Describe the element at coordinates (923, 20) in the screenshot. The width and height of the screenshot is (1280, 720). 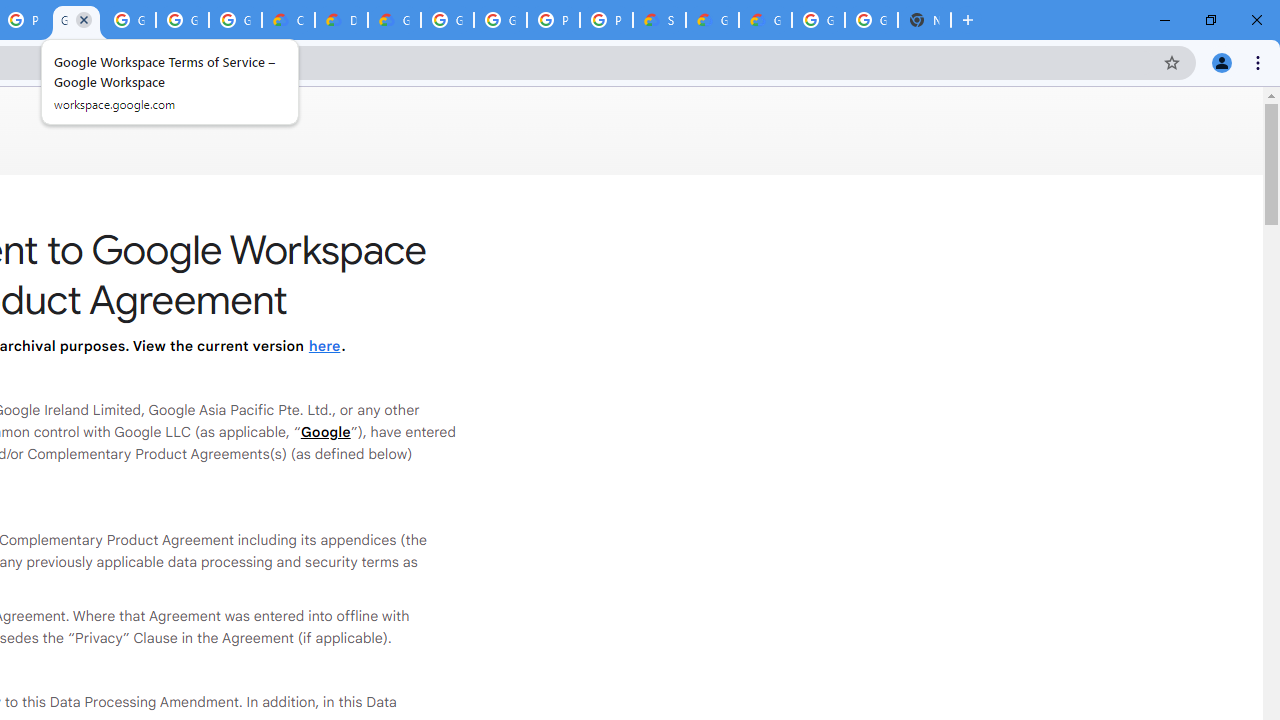
I see `'New Tab'` at that location.